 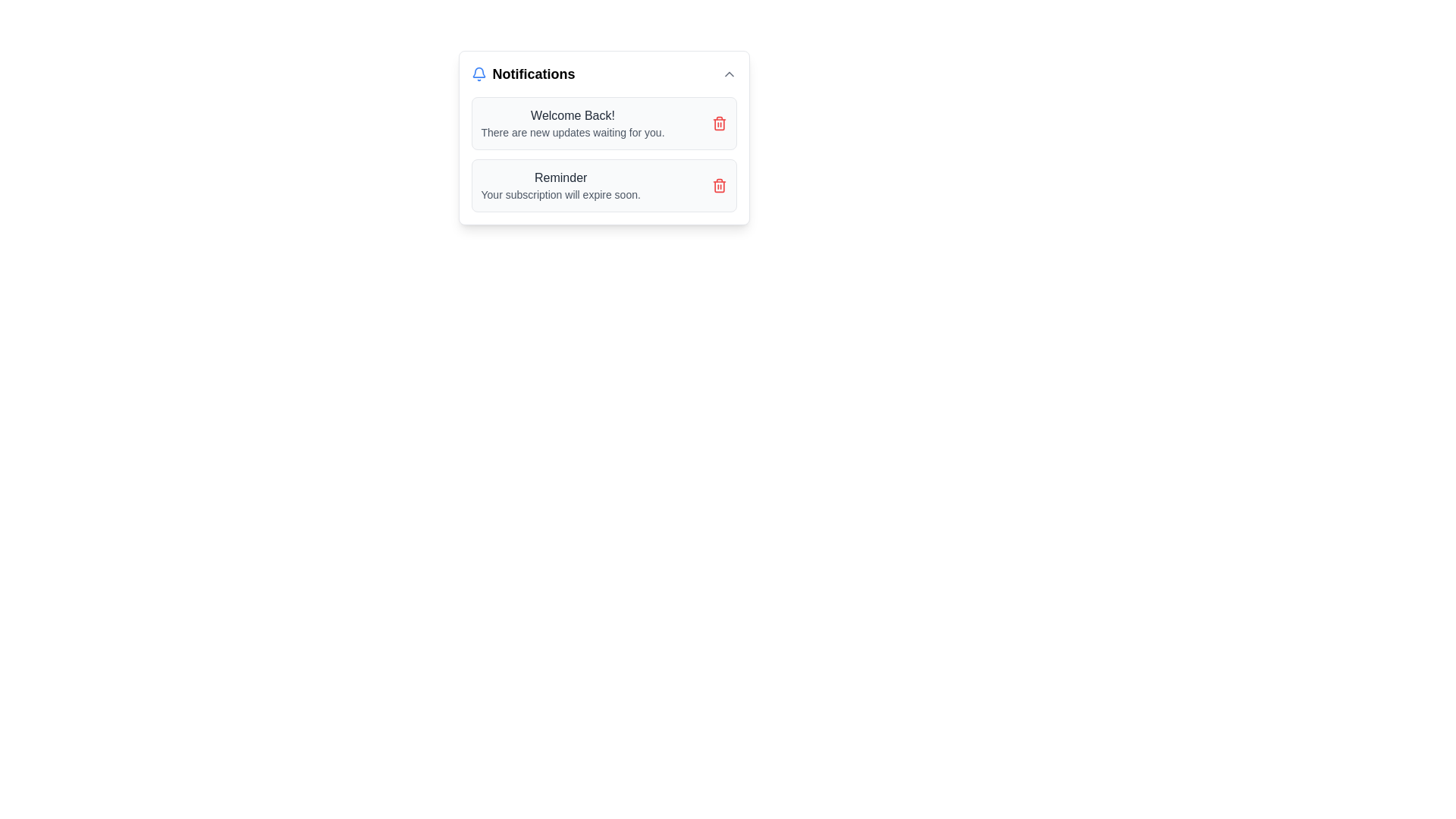 I want to click on the Text Label that serves as the title for the notification message, located below the 'Welcome Back!' header, so click(x=560, y=177).